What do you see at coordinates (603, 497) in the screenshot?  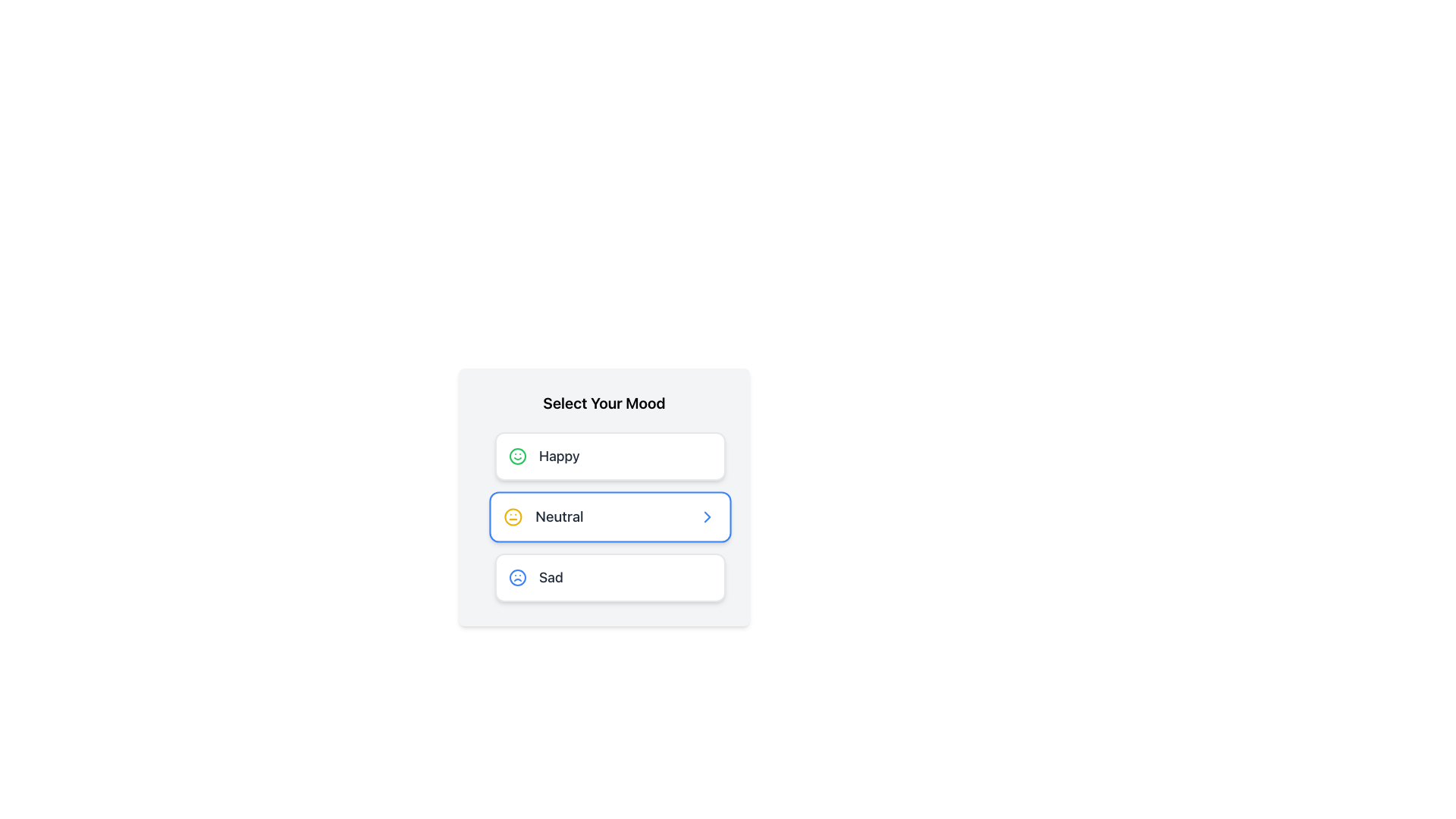 I see `the 'Neutral' mood selection button in the mood picker interface to trigger the highlighting effect` at bounding box center [603, 497].